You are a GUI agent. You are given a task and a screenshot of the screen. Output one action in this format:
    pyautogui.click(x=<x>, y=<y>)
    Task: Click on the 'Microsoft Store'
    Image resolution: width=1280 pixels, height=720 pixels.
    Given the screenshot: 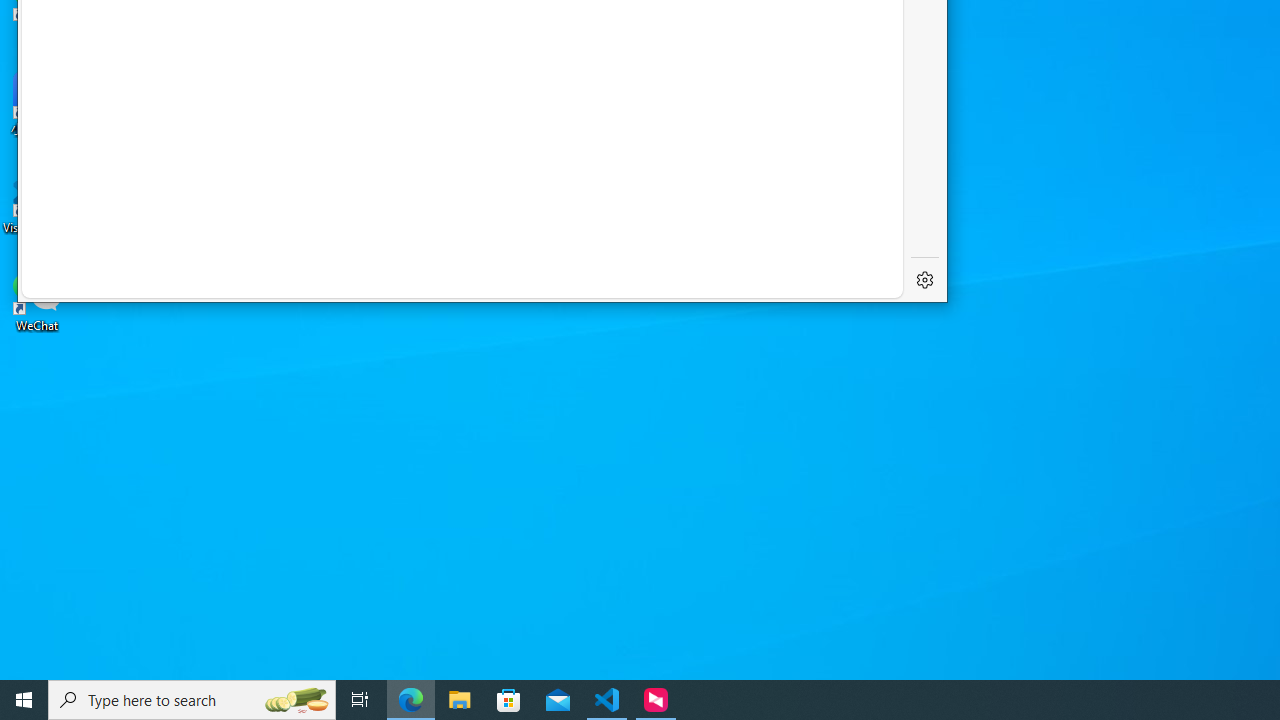 What is the action you would take?
    pyautogui.click(x=509, y=698)
    